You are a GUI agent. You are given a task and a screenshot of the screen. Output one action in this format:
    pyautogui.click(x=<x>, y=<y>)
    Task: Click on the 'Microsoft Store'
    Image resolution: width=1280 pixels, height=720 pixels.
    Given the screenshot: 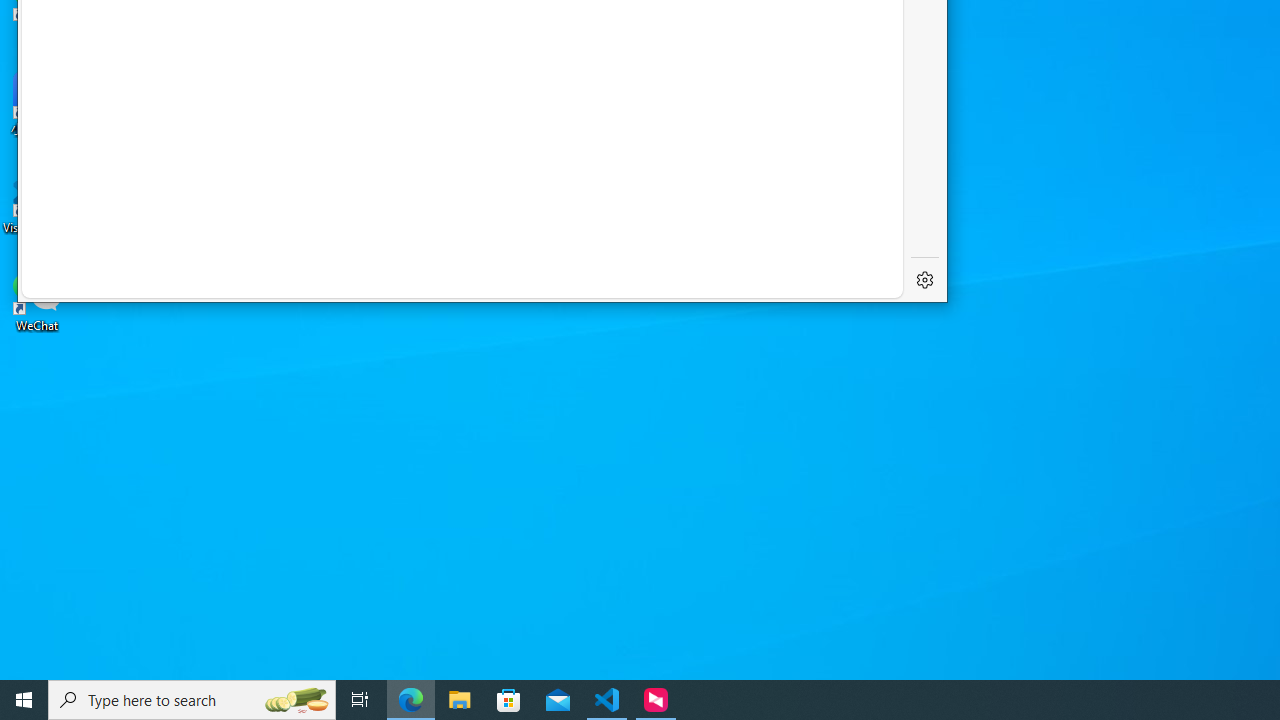 What is the action you would take?
    pyautogui.click(x=509, y=698)
    